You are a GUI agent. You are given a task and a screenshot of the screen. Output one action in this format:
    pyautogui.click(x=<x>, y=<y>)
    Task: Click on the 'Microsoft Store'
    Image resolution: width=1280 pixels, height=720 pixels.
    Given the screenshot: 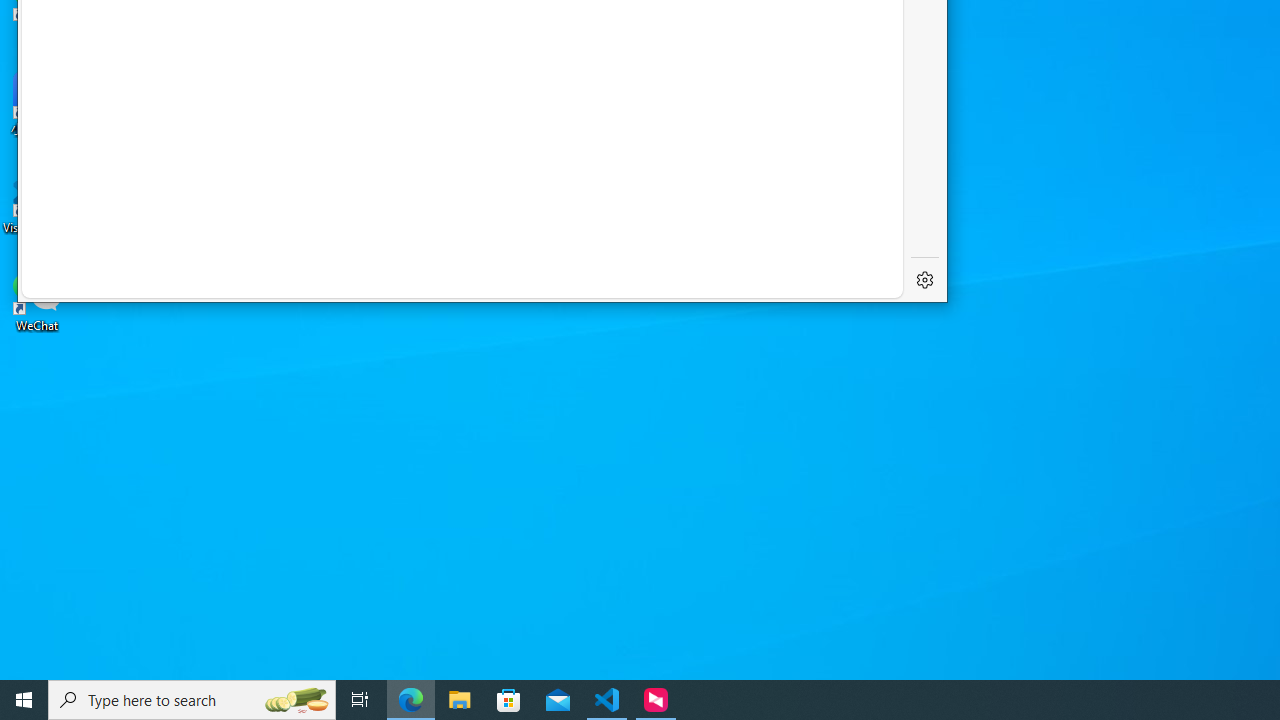 What is the action you would take?
    pyautogui.click(x=509, y=698)
    